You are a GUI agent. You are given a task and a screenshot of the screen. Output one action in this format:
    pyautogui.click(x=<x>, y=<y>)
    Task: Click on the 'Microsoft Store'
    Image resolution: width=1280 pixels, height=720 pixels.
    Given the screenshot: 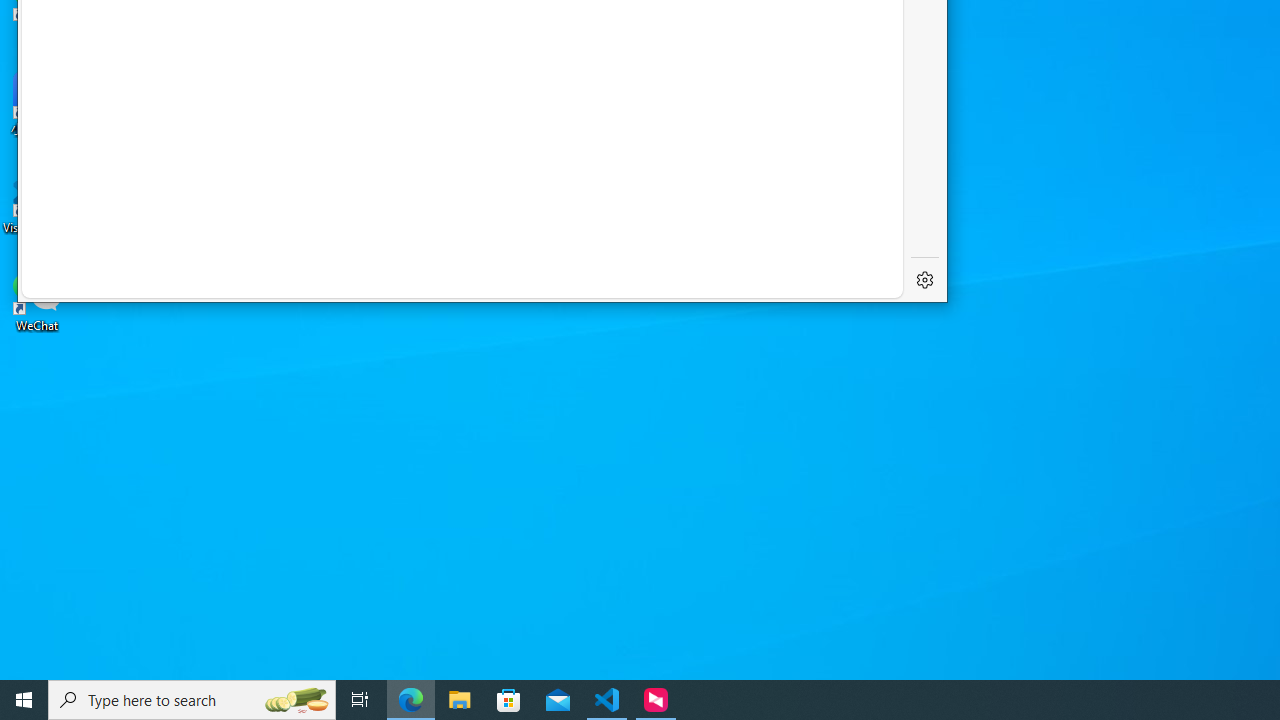 What is the action you would take?
    pyautogui.click(x=509, y=698)
    